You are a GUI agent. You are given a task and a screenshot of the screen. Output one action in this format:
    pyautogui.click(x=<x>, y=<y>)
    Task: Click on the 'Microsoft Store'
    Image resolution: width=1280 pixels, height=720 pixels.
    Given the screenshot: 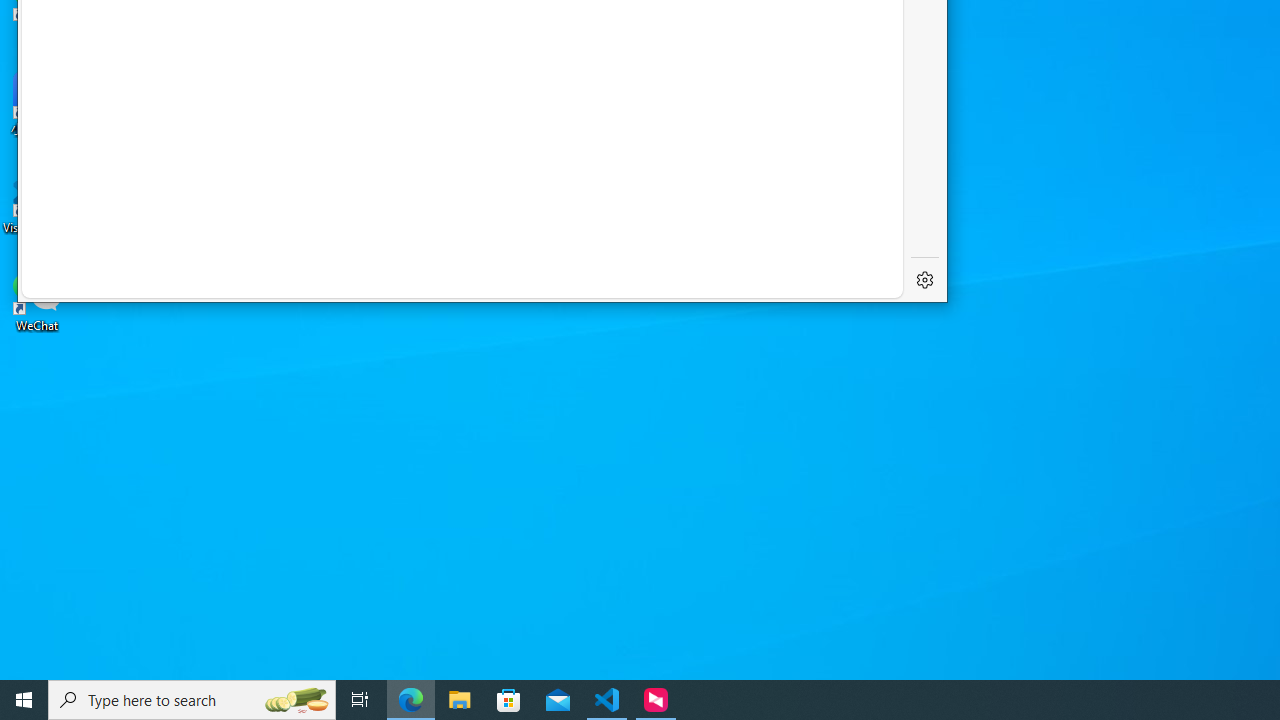 What is the action you would take?
    pyautogui.click(x=509, y=698)
    